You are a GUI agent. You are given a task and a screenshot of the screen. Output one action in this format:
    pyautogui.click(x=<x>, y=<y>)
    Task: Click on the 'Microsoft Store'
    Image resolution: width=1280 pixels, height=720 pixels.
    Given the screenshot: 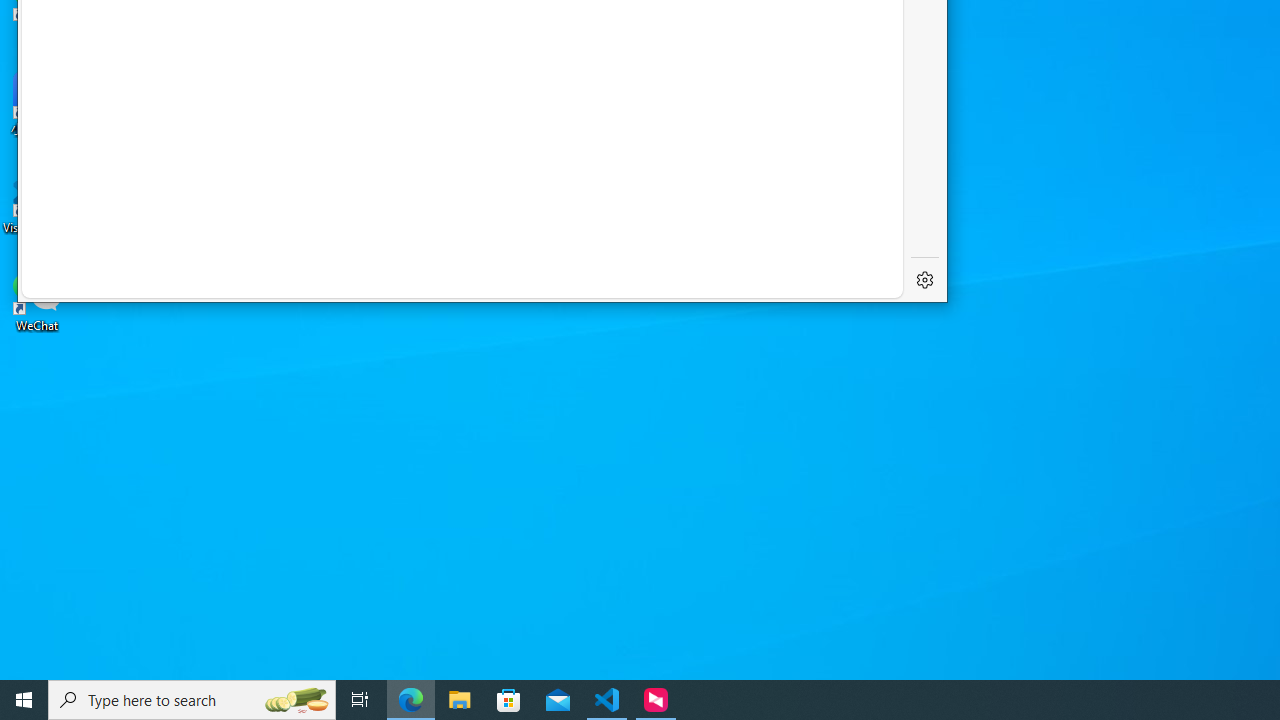 What is the action you would take?
    pyautogui.click(x=509, y=698)
    